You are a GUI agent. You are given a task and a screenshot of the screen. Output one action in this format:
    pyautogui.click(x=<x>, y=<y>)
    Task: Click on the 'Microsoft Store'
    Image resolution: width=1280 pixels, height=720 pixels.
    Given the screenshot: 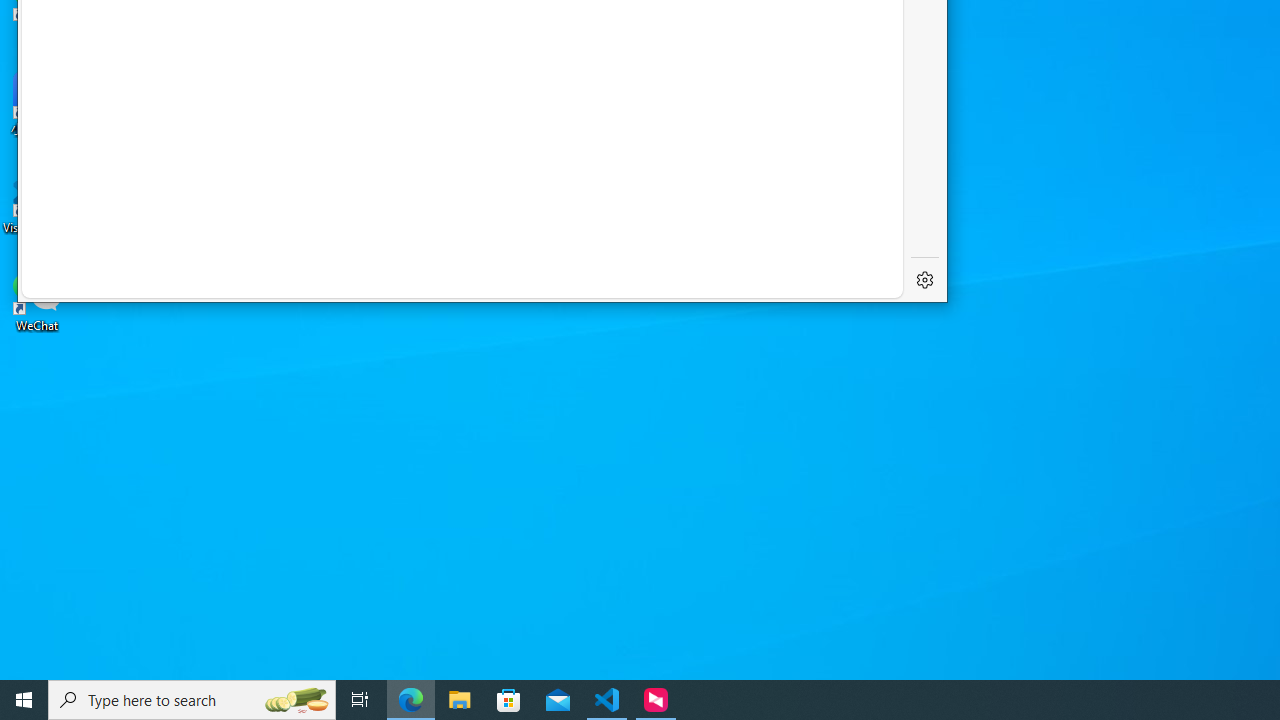 What is the action you would take?
    pyautogui.click(x=509, y=698)
    